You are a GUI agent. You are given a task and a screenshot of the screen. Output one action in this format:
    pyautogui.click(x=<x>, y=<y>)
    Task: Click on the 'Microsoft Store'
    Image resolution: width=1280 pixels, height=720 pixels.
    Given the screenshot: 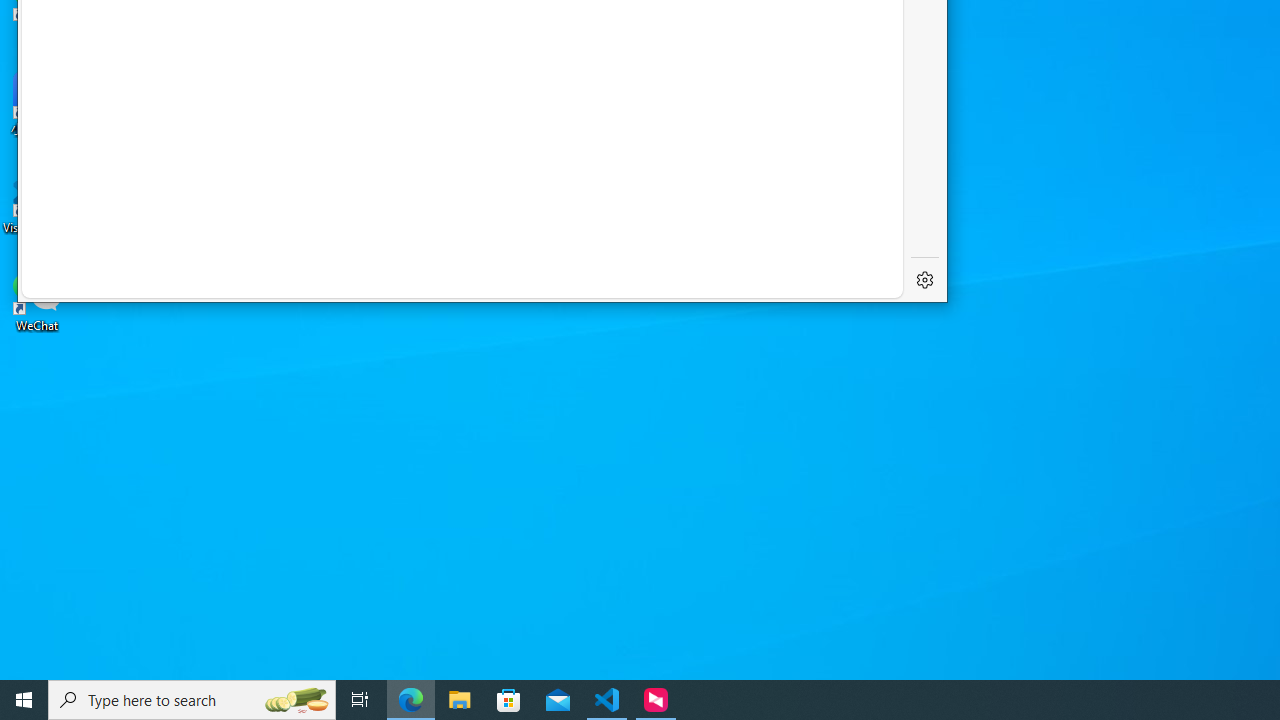 What is the action you would take?
    pyautogui.click(x=509, y=698)
    